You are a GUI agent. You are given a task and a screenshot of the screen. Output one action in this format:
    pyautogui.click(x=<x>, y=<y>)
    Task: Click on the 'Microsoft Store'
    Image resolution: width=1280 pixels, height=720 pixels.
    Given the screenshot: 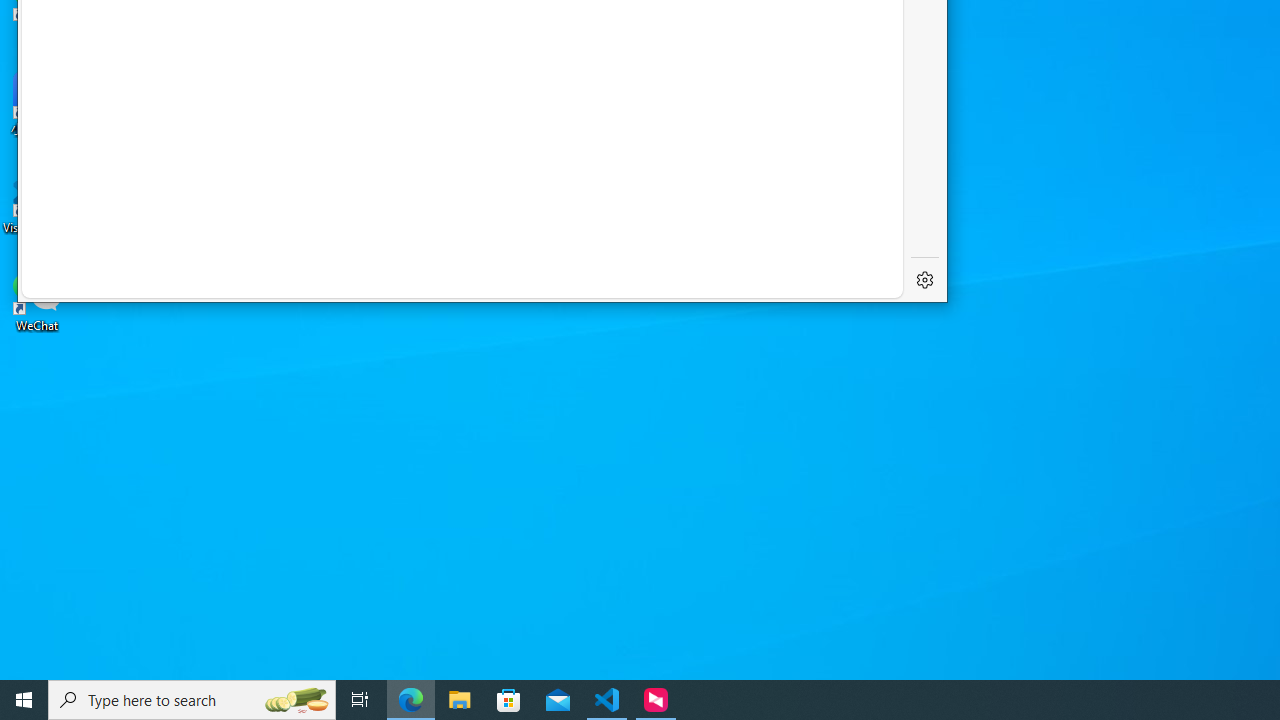 What is the action you would take?
    pyautogui.click(x=509, y=698)
    